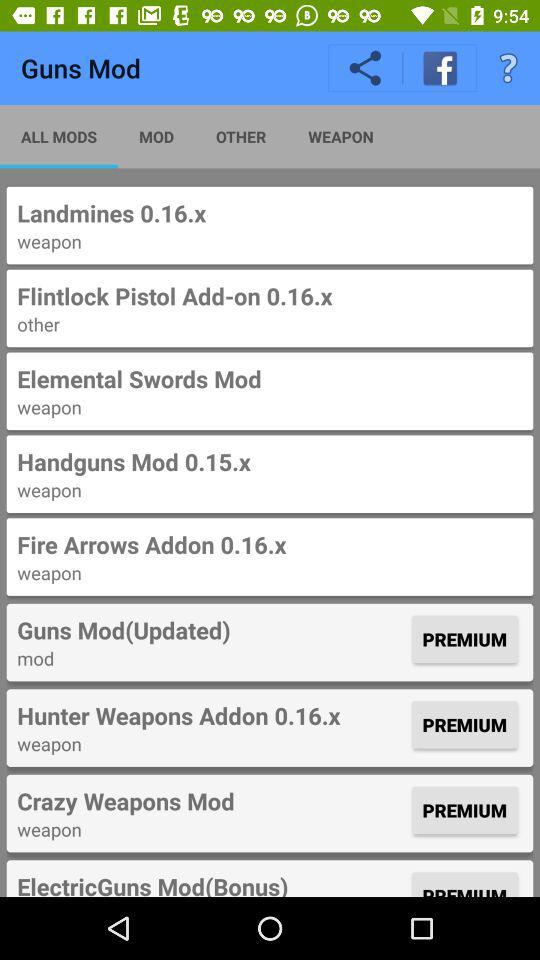 The image size is (540, 960). Describe the element at coordinates (59, 135) in the screenshot. I see `the app below the guns mod icon` at that location.